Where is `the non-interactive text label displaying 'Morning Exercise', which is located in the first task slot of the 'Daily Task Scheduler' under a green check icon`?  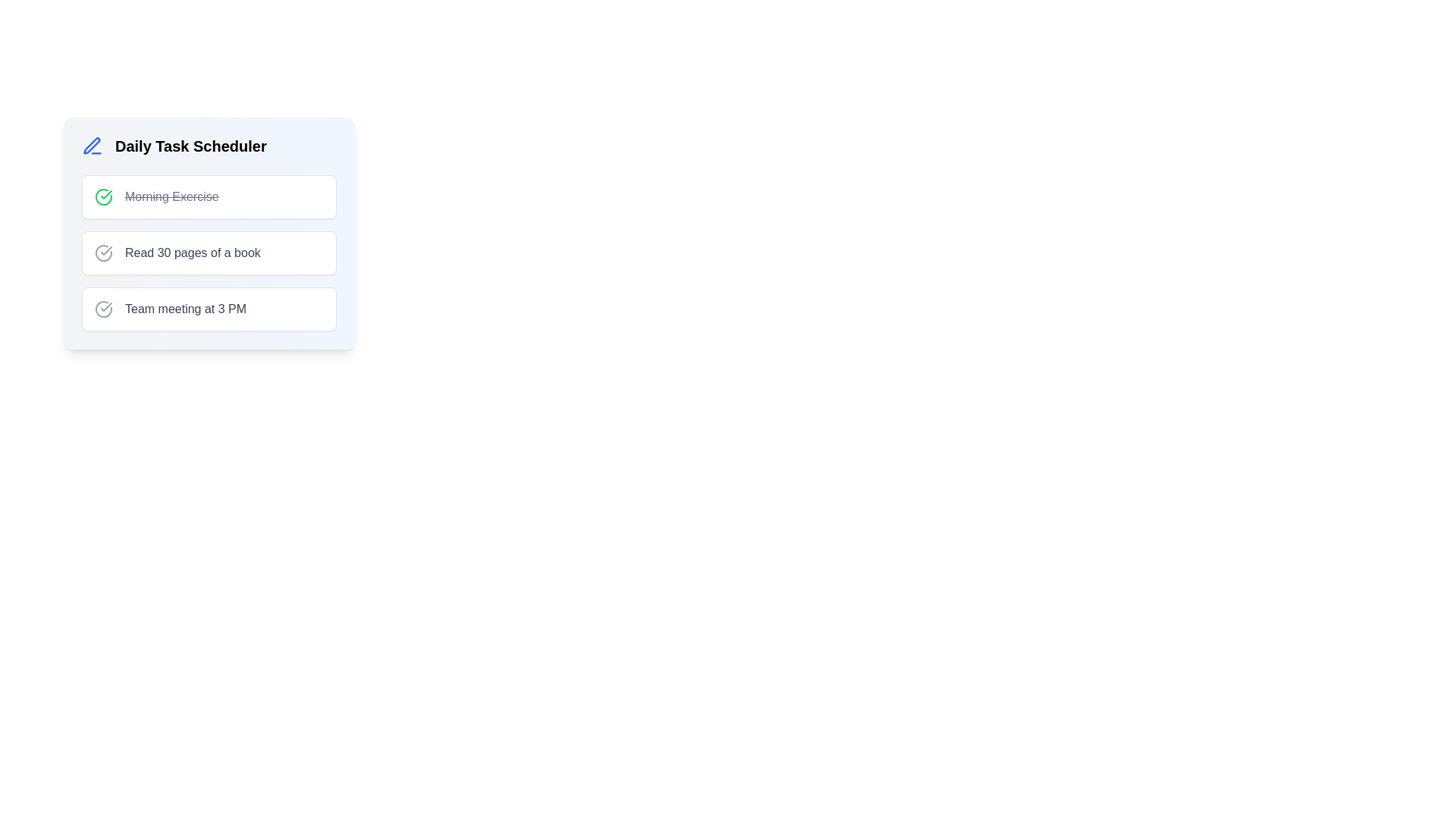
the non-interactive text label displaying 'Morning Exercise', which is located in the first task slot of the 'Daily Task Scheduler' under a green check icon is located at coordinates (171, 196).